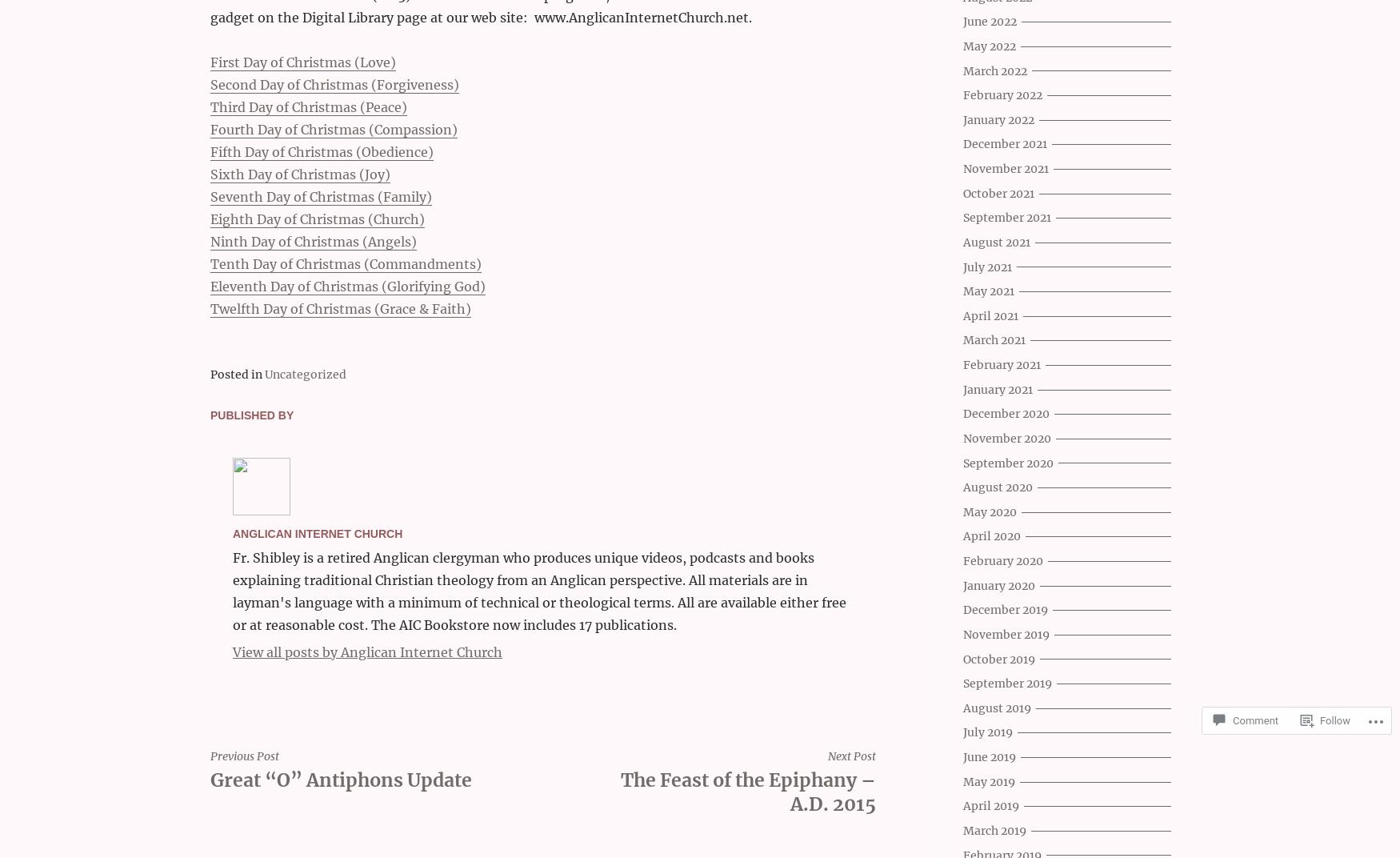 Image resolution: width=1400 pixels, height=858 pixels. I want to click on 'Anglican Internet Church', so click(316, 533).